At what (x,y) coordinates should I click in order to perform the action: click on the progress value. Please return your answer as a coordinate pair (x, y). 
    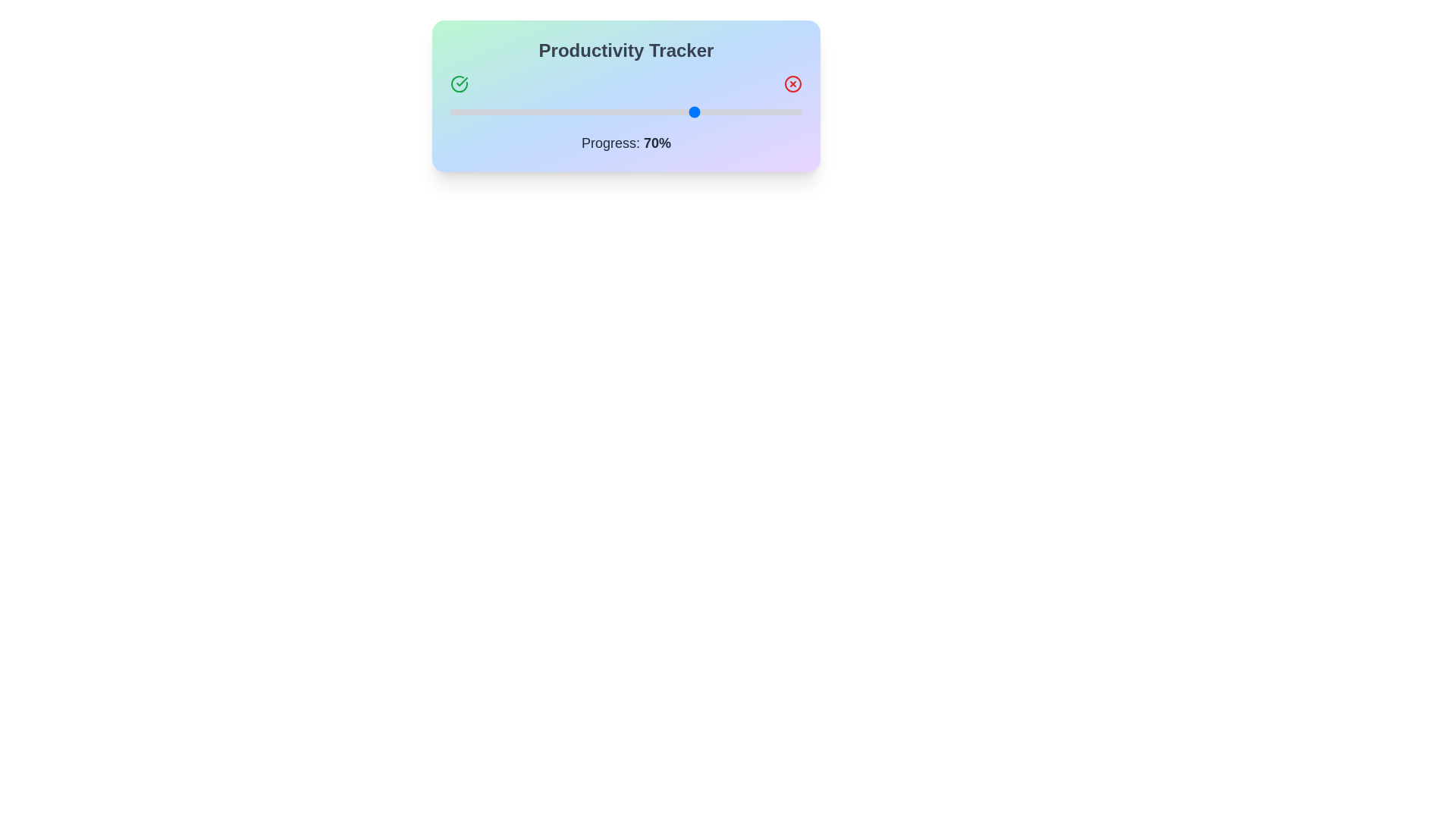
    Looking at the image, I should click on (524, 111).